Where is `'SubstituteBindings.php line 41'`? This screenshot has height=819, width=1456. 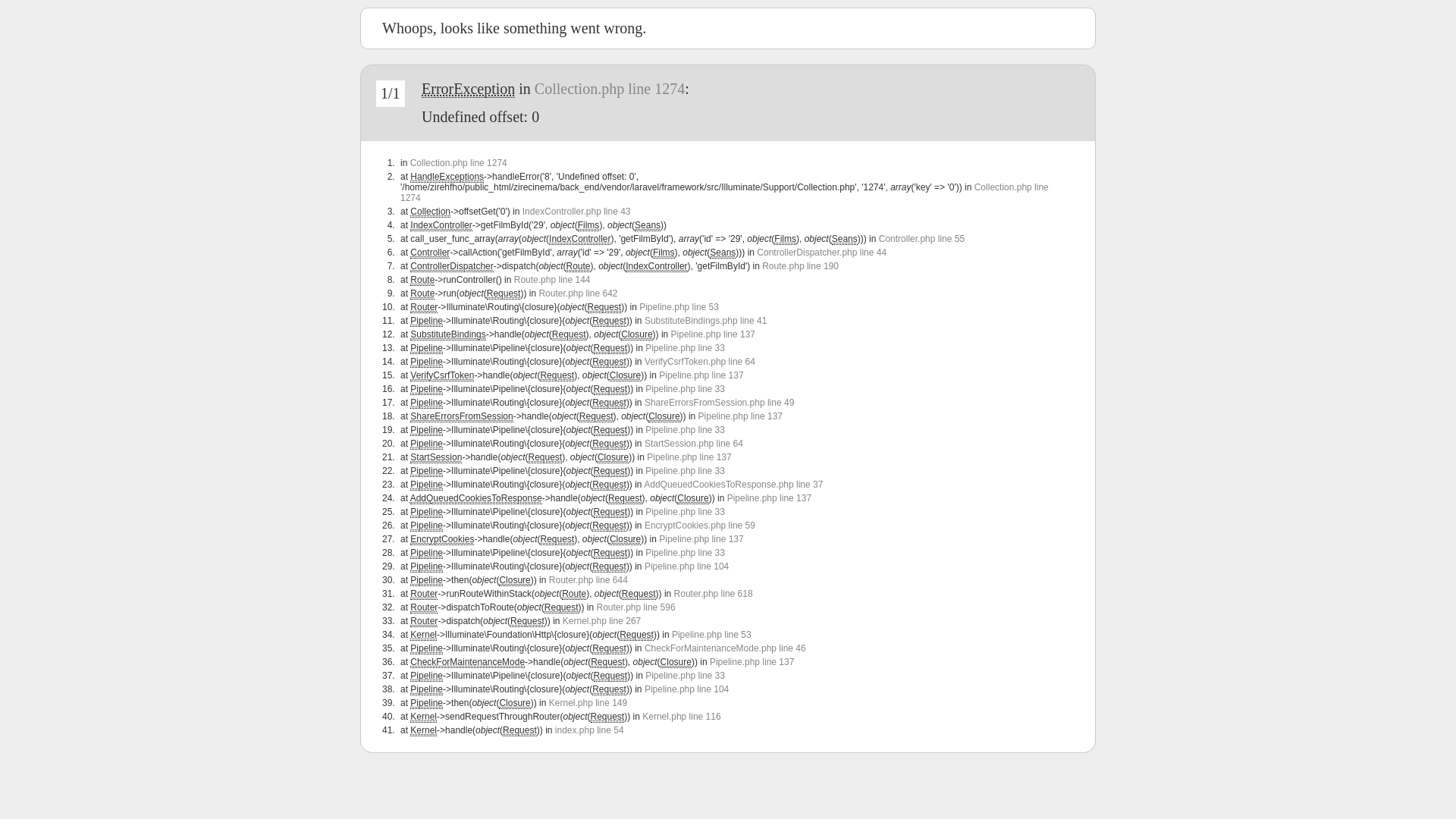 'SubstituteBindings.php line 41' is located at coordinates (704, 320).